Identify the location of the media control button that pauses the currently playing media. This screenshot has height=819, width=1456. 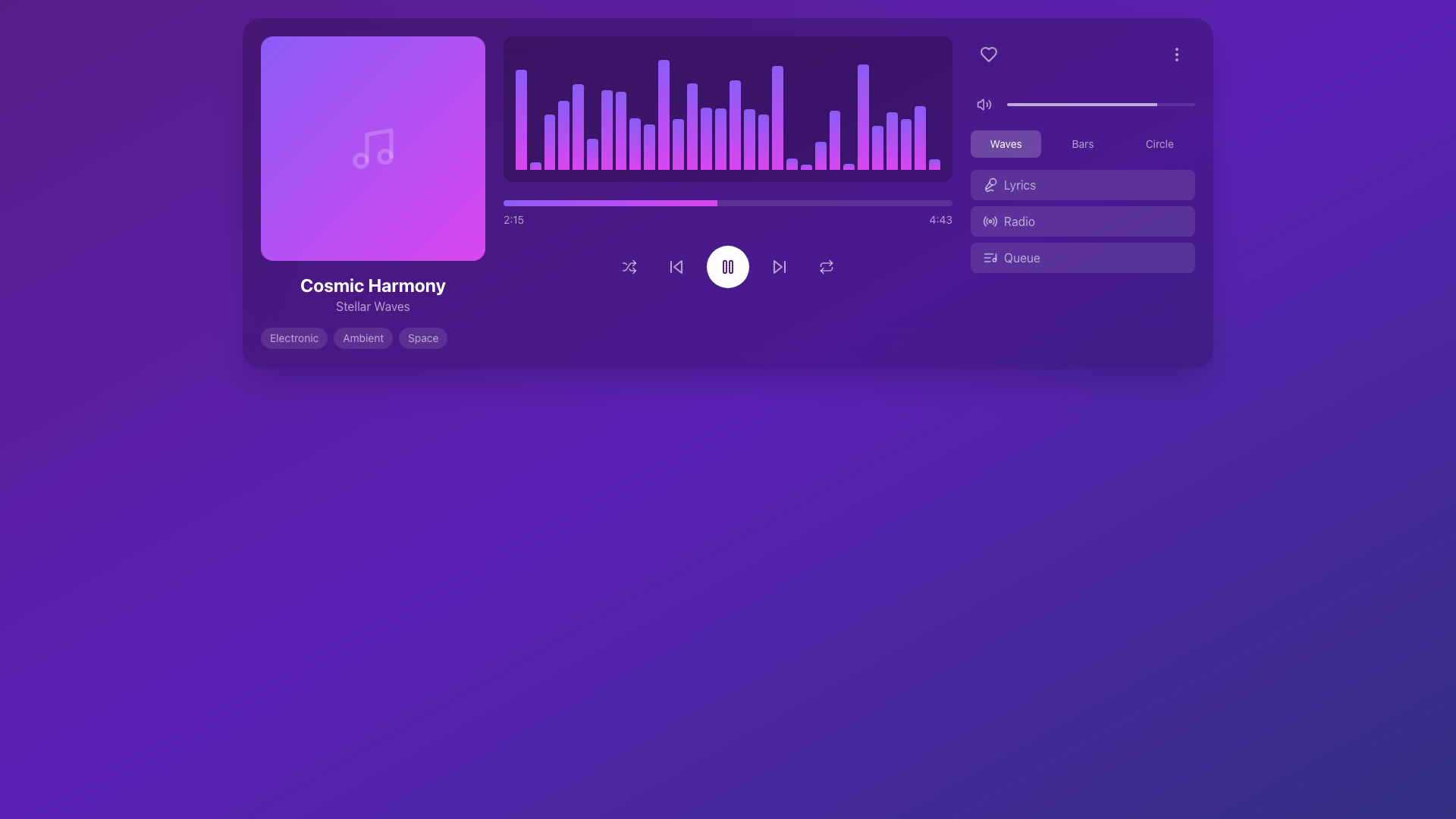
(728, 265).